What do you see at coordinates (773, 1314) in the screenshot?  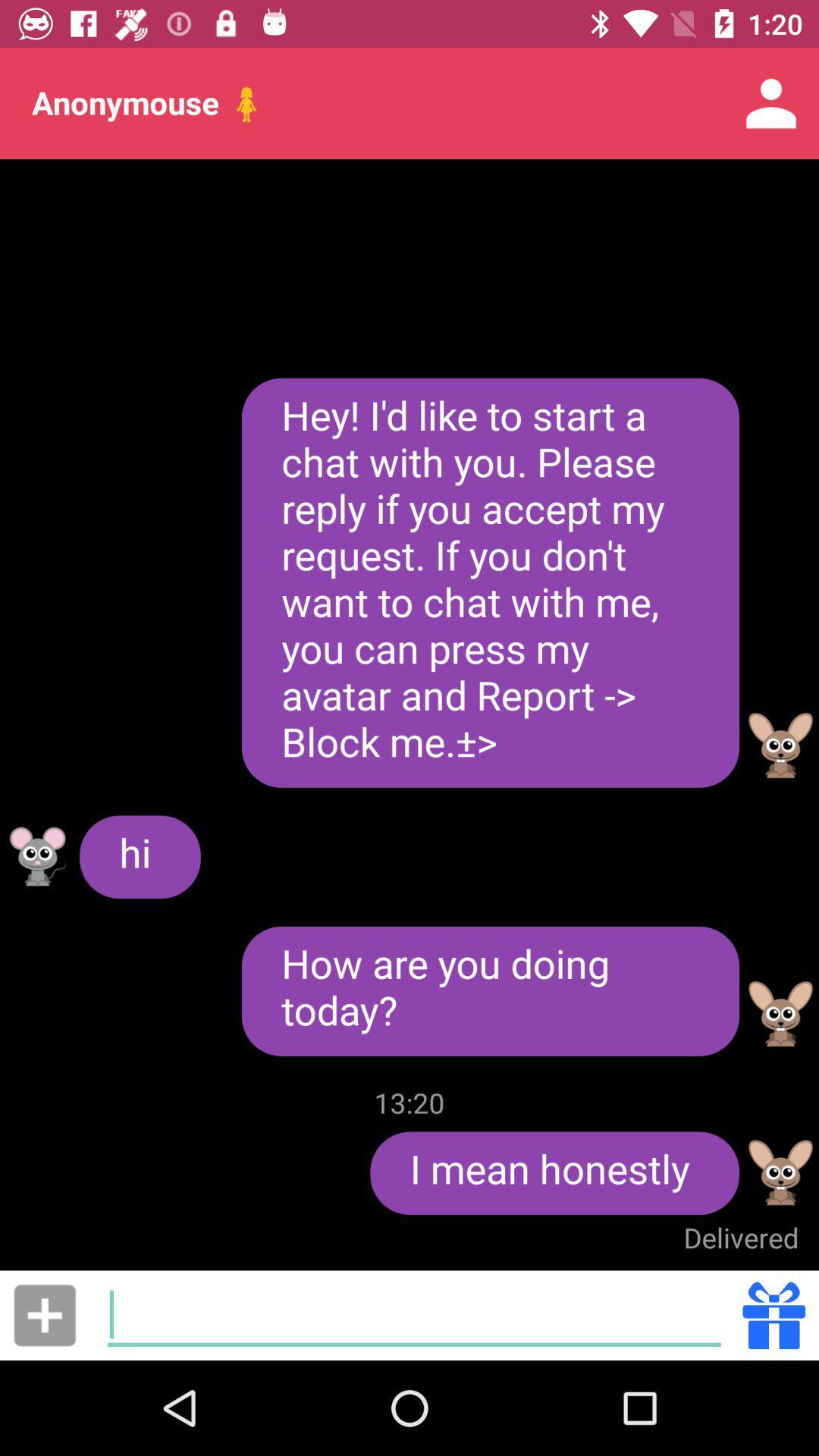 I see `send` at bounding box center [773, 1314].